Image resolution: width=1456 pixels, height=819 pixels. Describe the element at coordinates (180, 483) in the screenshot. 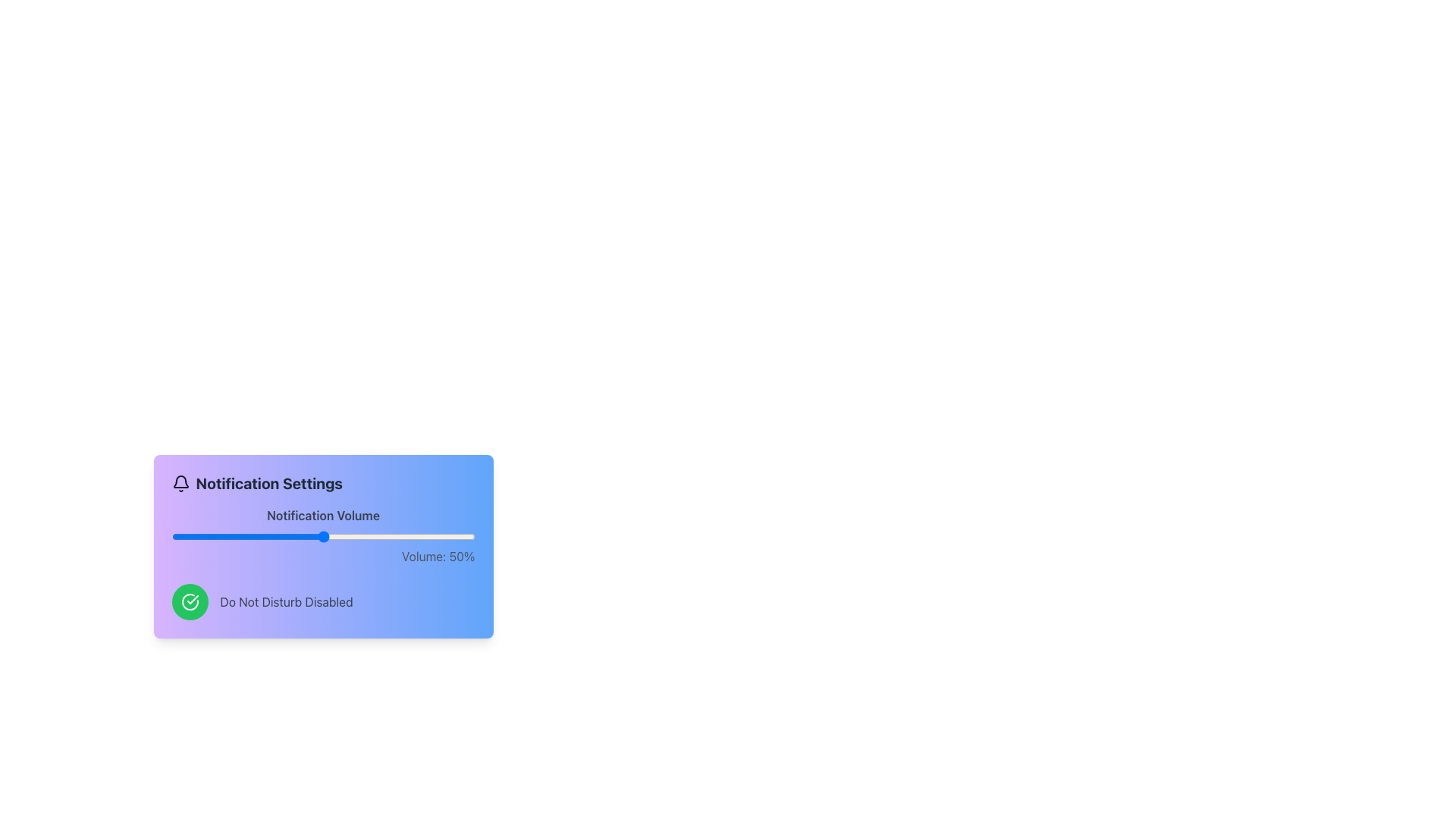

I see `the bell icon located to the left of the 'Notification Settings' text` at that location.